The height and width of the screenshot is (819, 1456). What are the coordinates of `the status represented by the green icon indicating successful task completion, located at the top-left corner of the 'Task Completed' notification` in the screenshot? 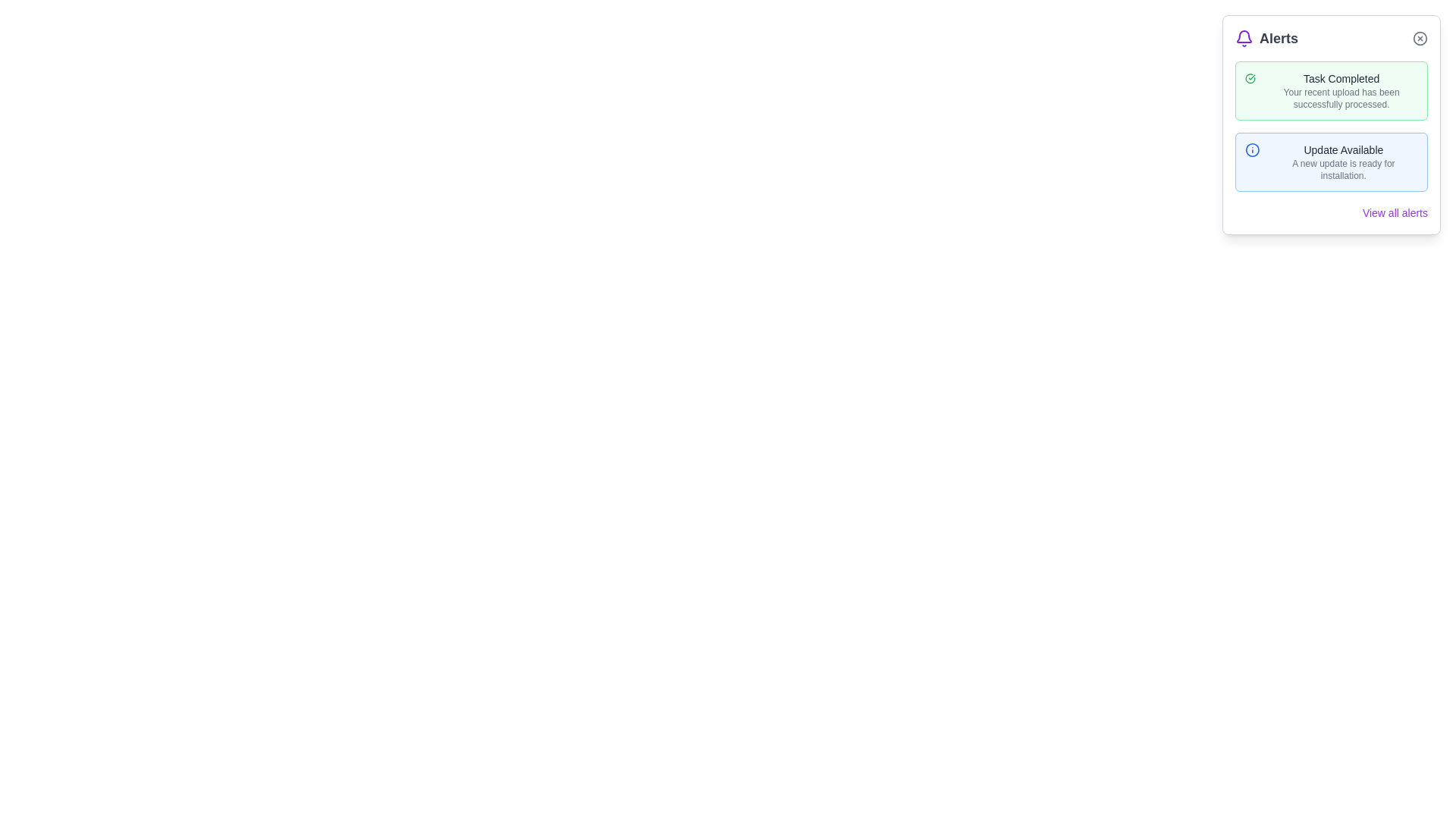 It's located at (1250, 79).